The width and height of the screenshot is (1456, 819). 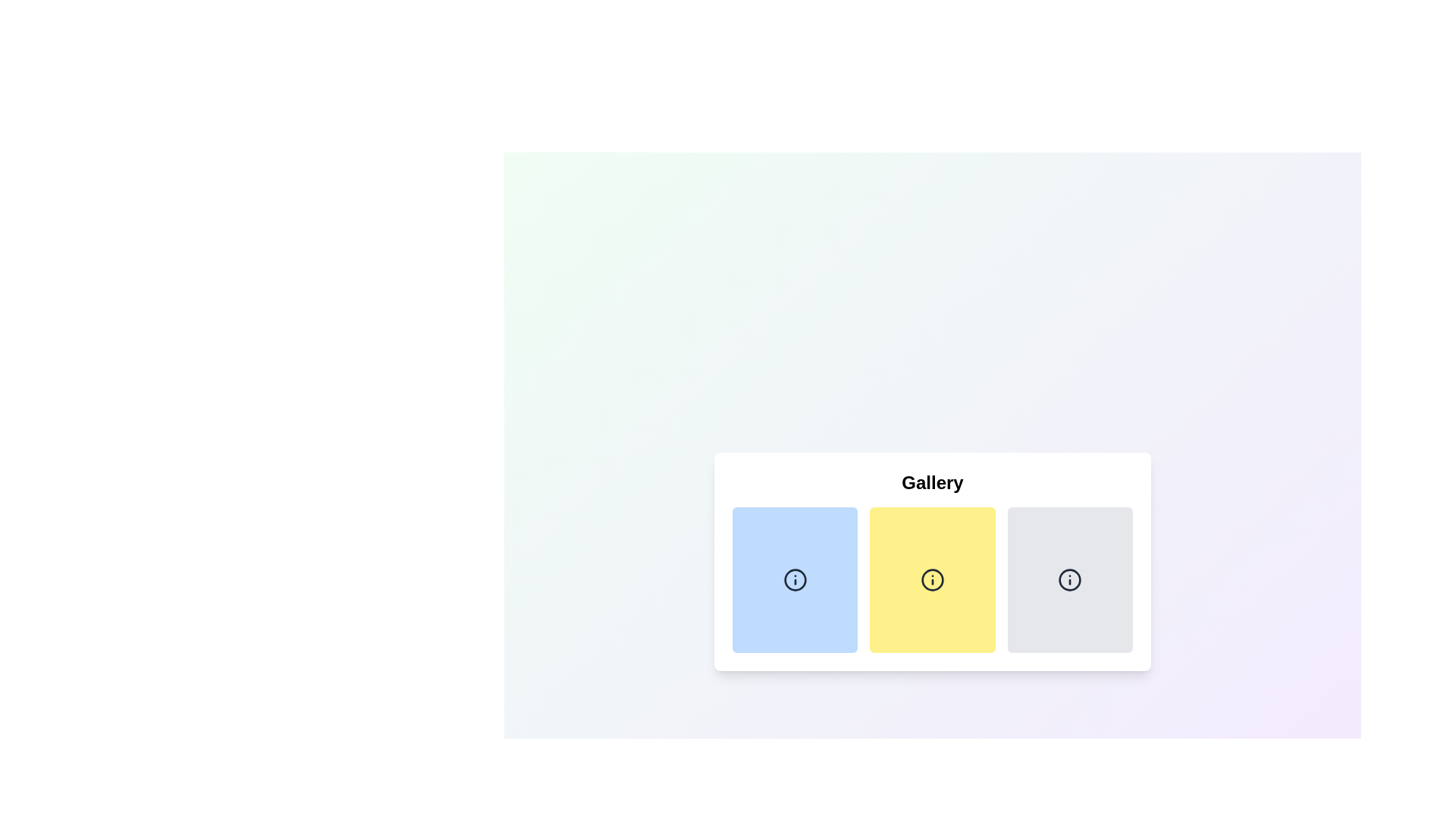 What do you see at coordinates (931, 561) in the screenshot?
I see `the second visual card in the gallery layout, which is located beneath the 'Gallery' heading and between the first blue card and third grey card` at bounding box center [931, 561].